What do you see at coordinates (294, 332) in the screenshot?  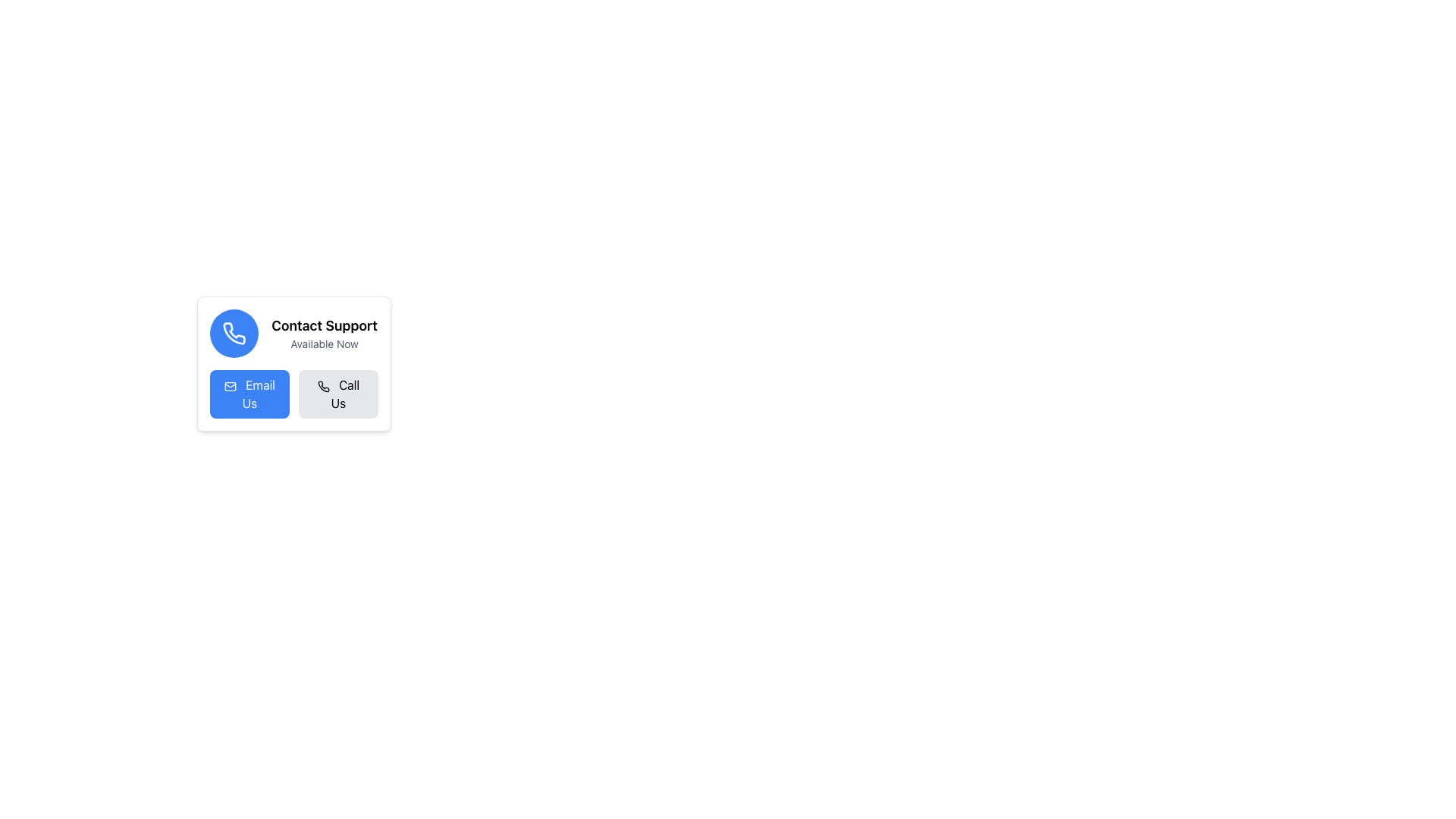 I see `the Information Display element that shows support availability and includes a phone icon, located at the top of the panel above the 'Email Us' and 'Call Us' buttons` at bounding box center [294, 332].